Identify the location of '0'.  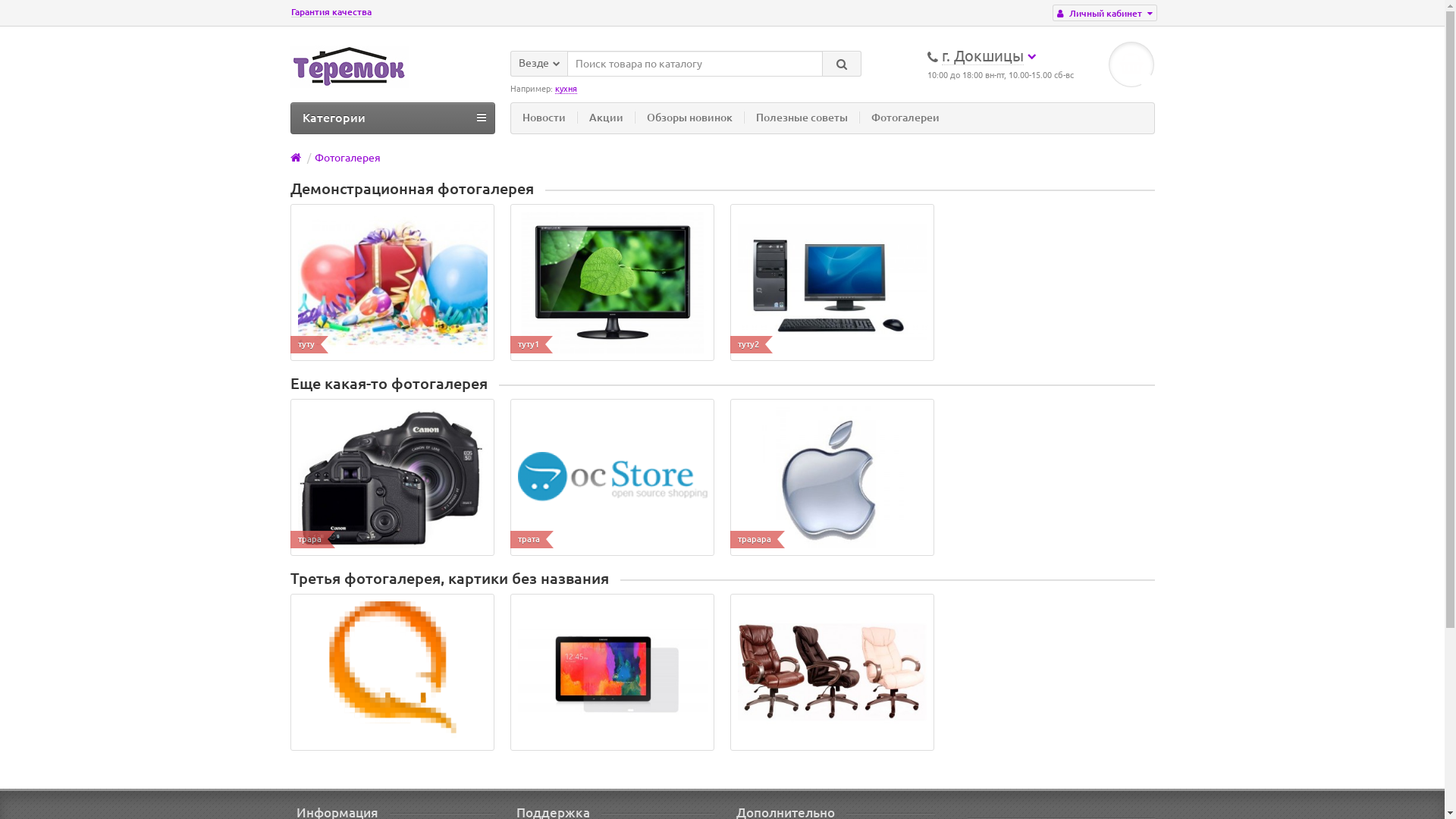
(1131, 63).